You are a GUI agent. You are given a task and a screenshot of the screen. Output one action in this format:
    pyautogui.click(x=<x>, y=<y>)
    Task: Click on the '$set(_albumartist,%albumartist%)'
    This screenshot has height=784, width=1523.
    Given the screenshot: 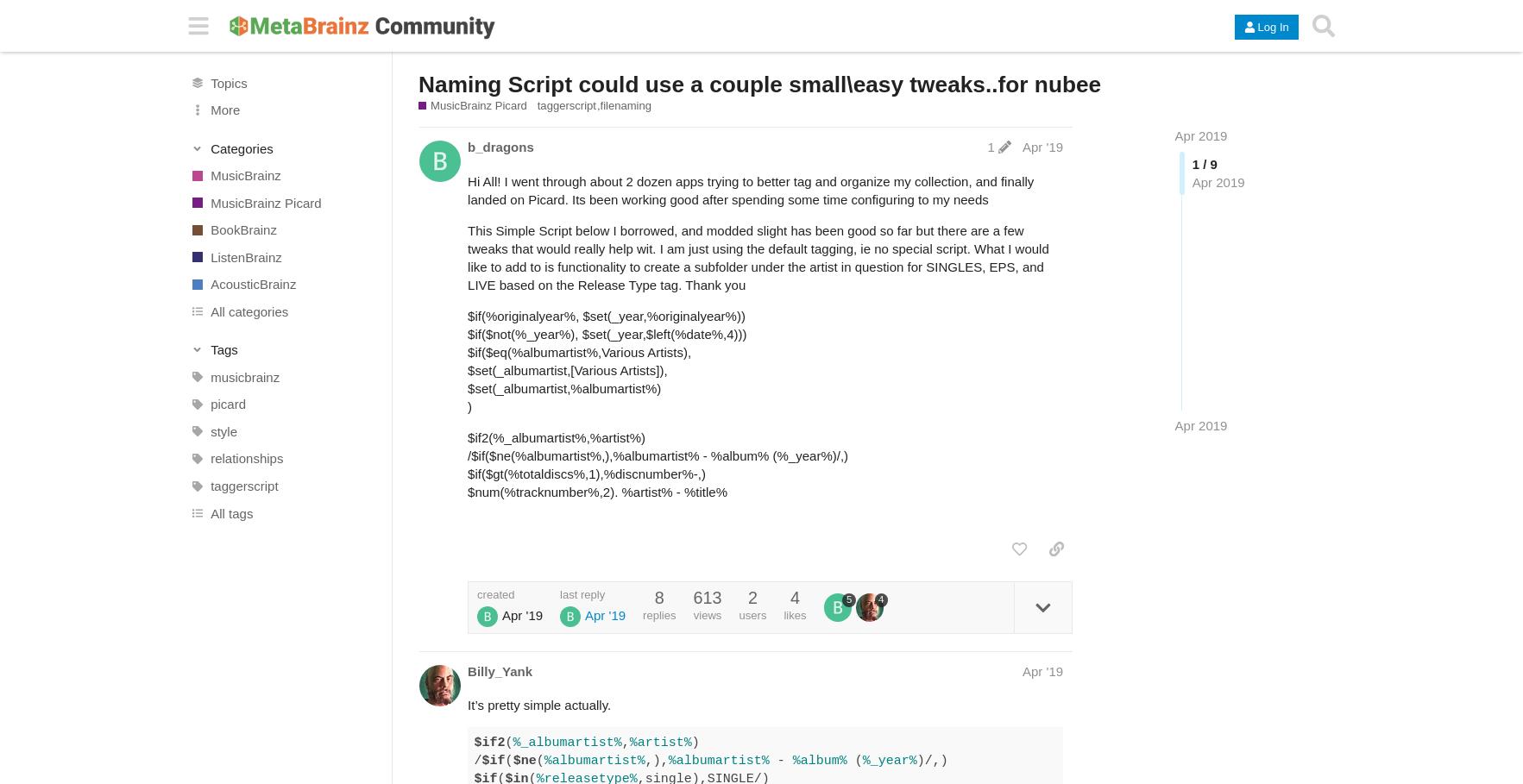 What is the action you would take?
    pyautogui.click(x=563, y=387)
    